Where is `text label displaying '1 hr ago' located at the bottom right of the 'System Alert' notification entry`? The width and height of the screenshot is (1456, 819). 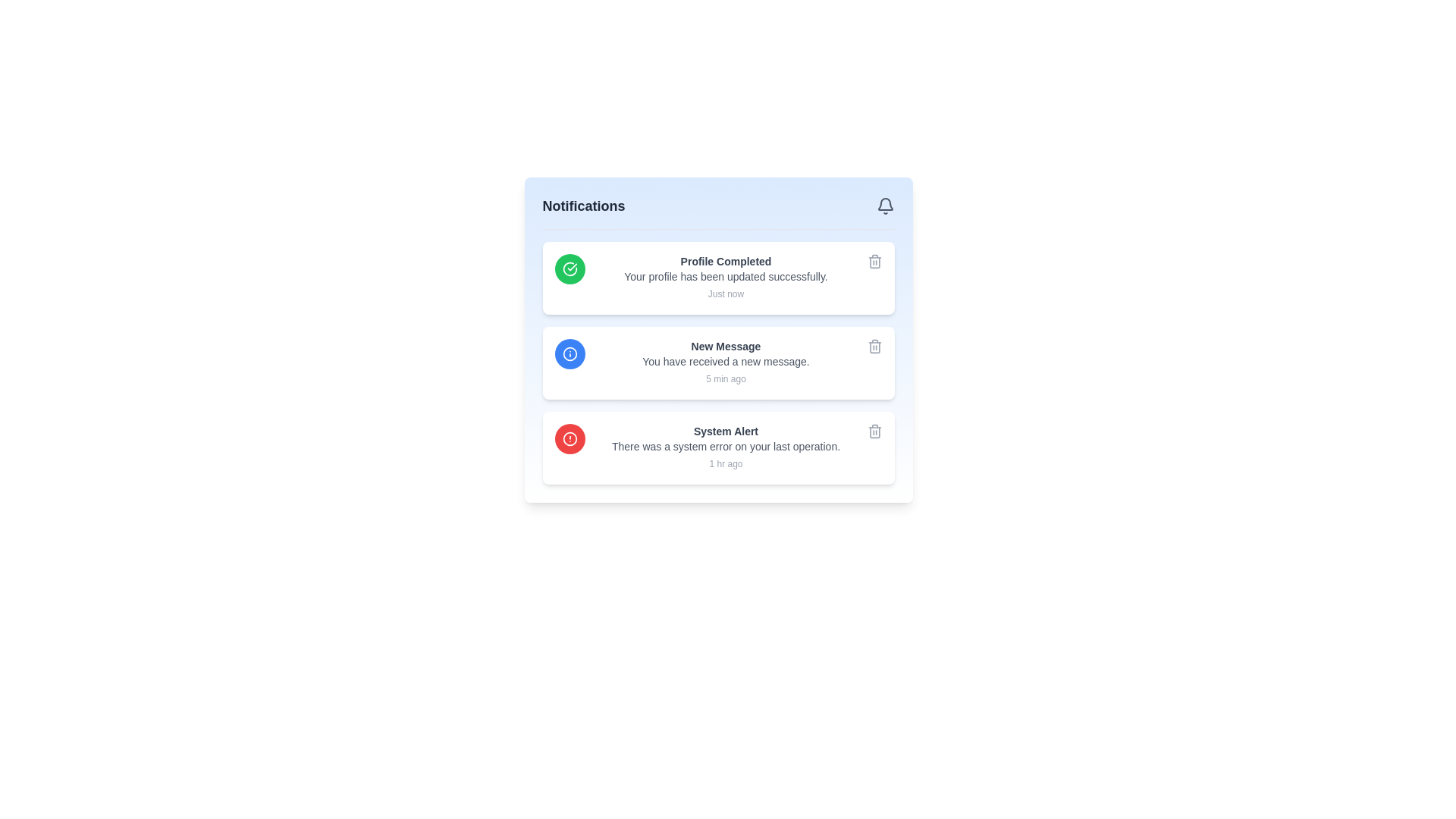 text label displaying '1 hr ago' located at the bottom right of the 'System Alert' notification entry is located at coordinates (725, 463).